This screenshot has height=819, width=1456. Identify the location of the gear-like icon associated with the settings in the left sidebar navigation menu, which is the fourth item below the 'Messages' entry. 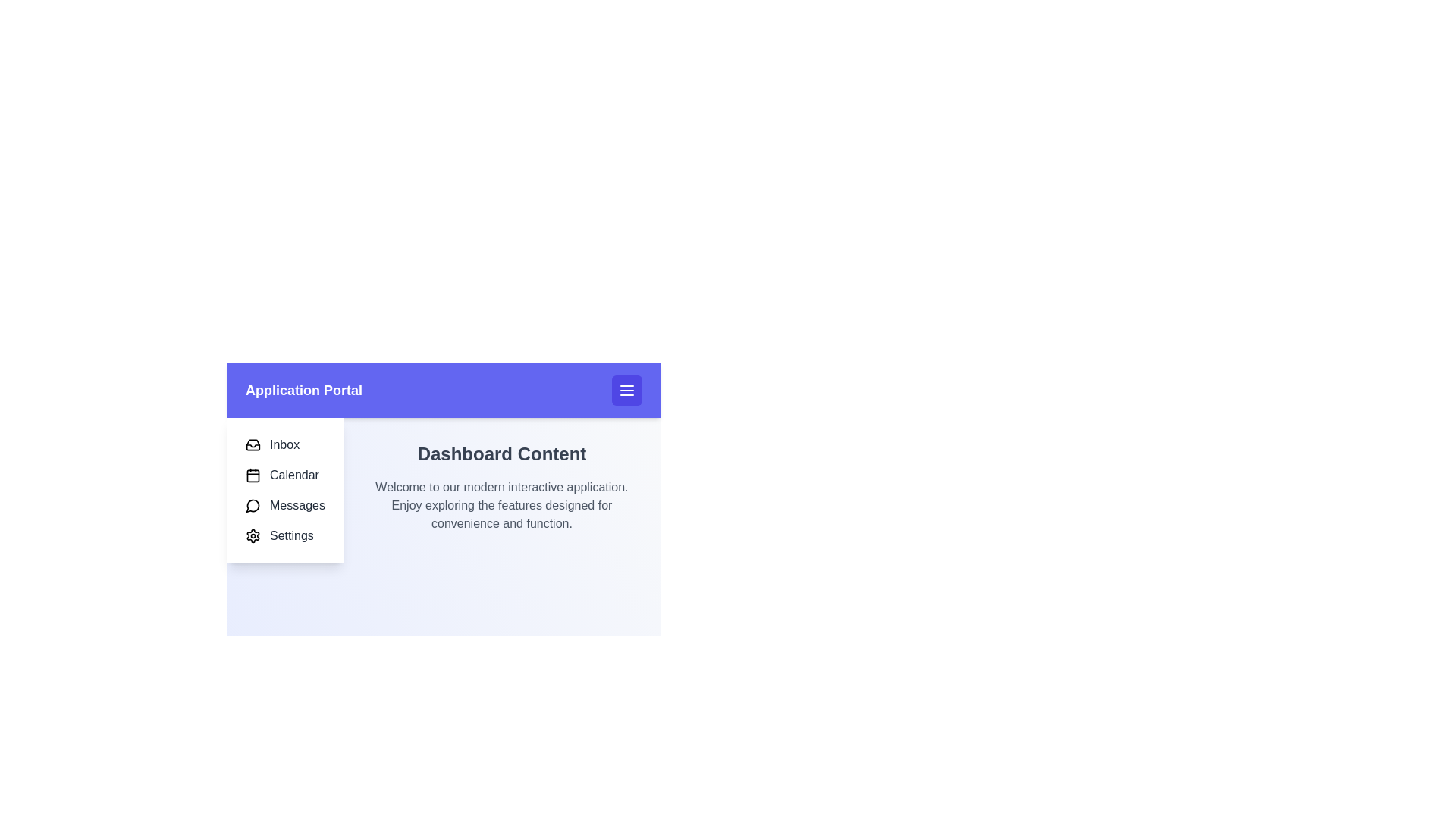
(253, 535).